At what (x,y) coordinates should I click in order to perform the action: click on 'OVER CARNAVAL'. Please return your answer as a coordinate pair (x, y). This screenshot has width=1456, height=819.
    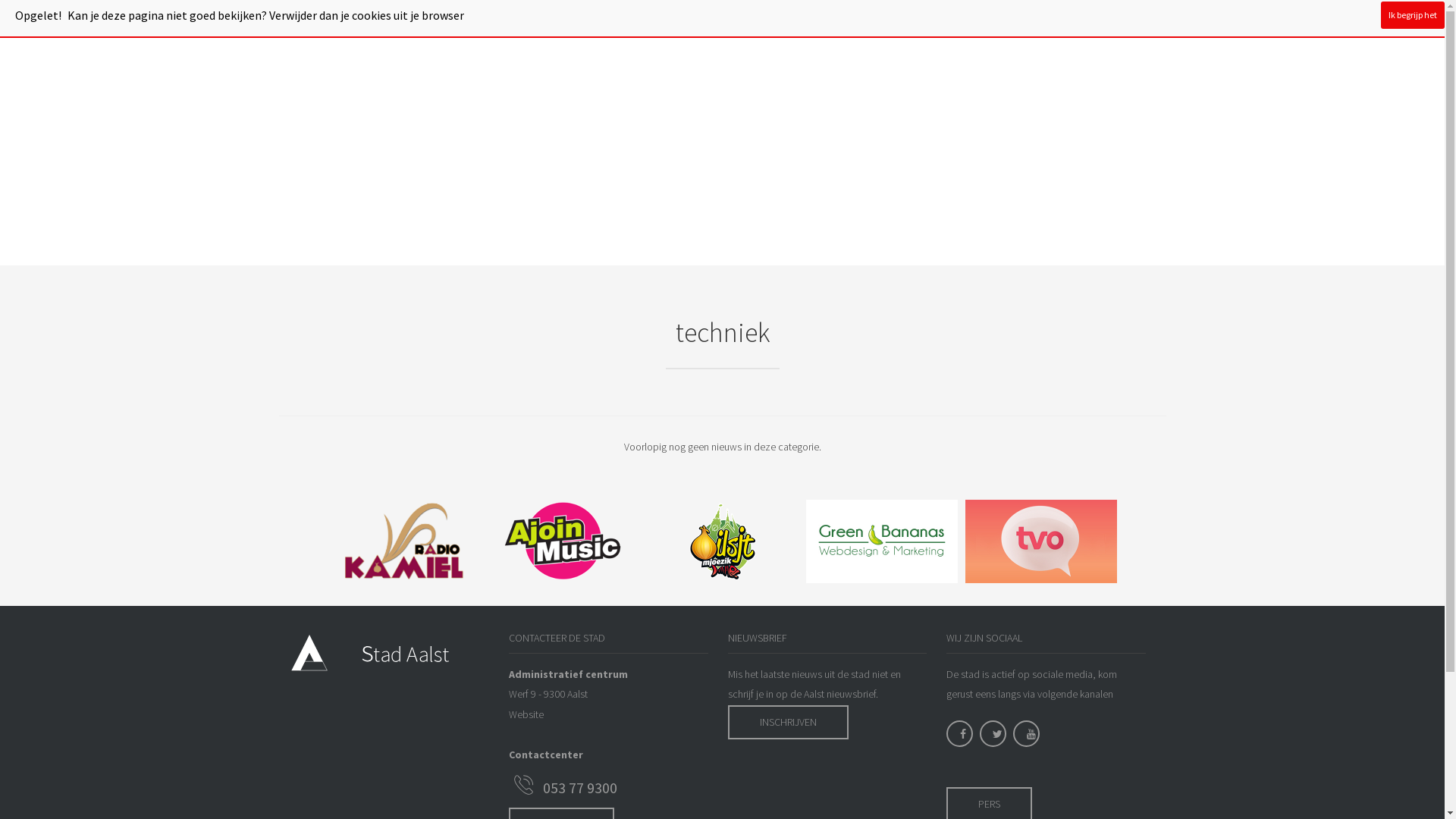
    Looking at the image, I should click on (809, 19).